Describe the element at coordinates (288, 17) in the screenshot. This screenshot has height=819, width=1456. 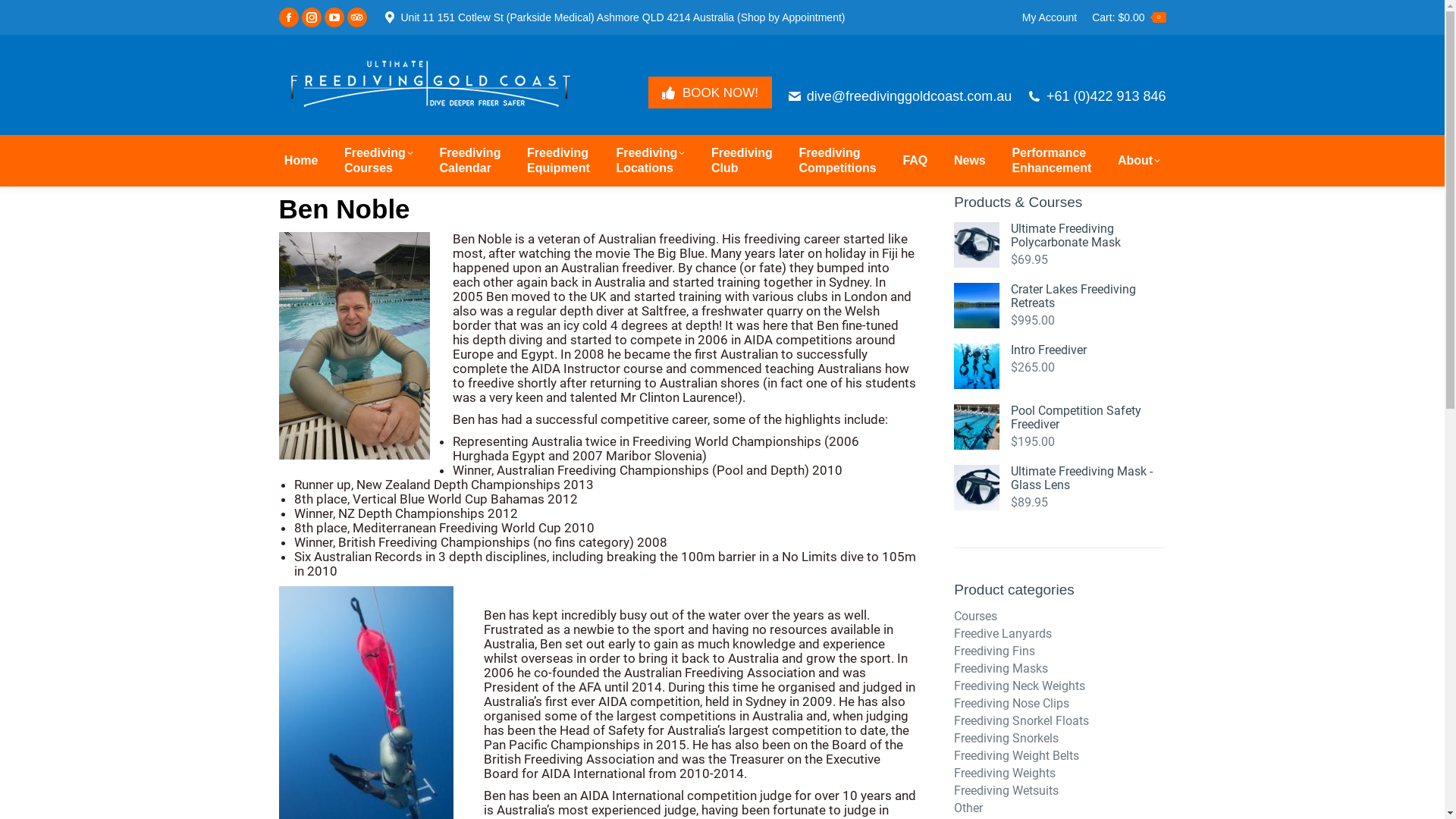
I see `'Facebook page opens in new window'` at that location.